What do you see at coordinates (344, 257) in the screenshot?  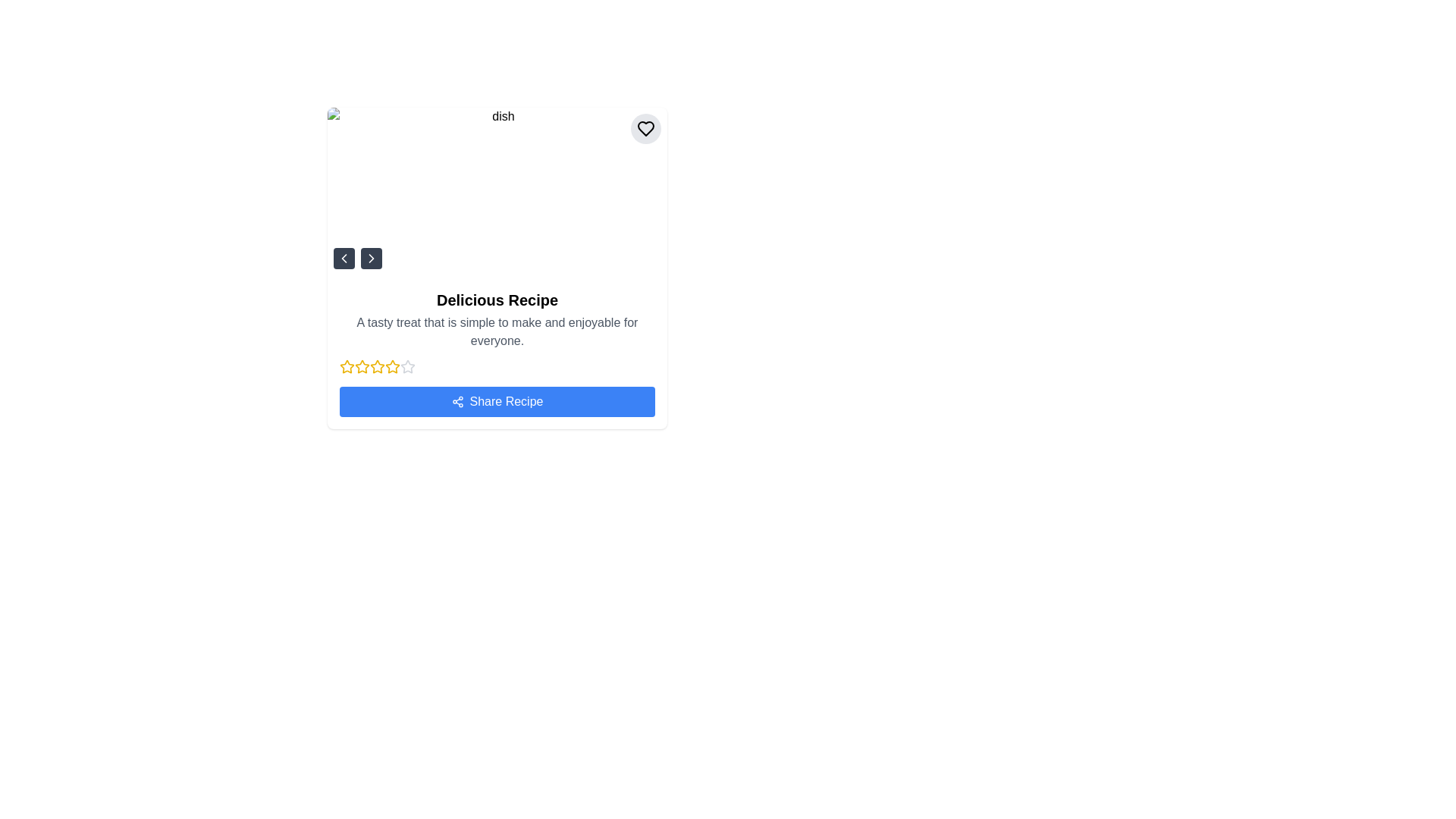 I see `the small square button with rounded corners that has a dark gray background and a white left-pointing chevron arrow symbol for keyboard navigation` at bounding box center [344, 257].